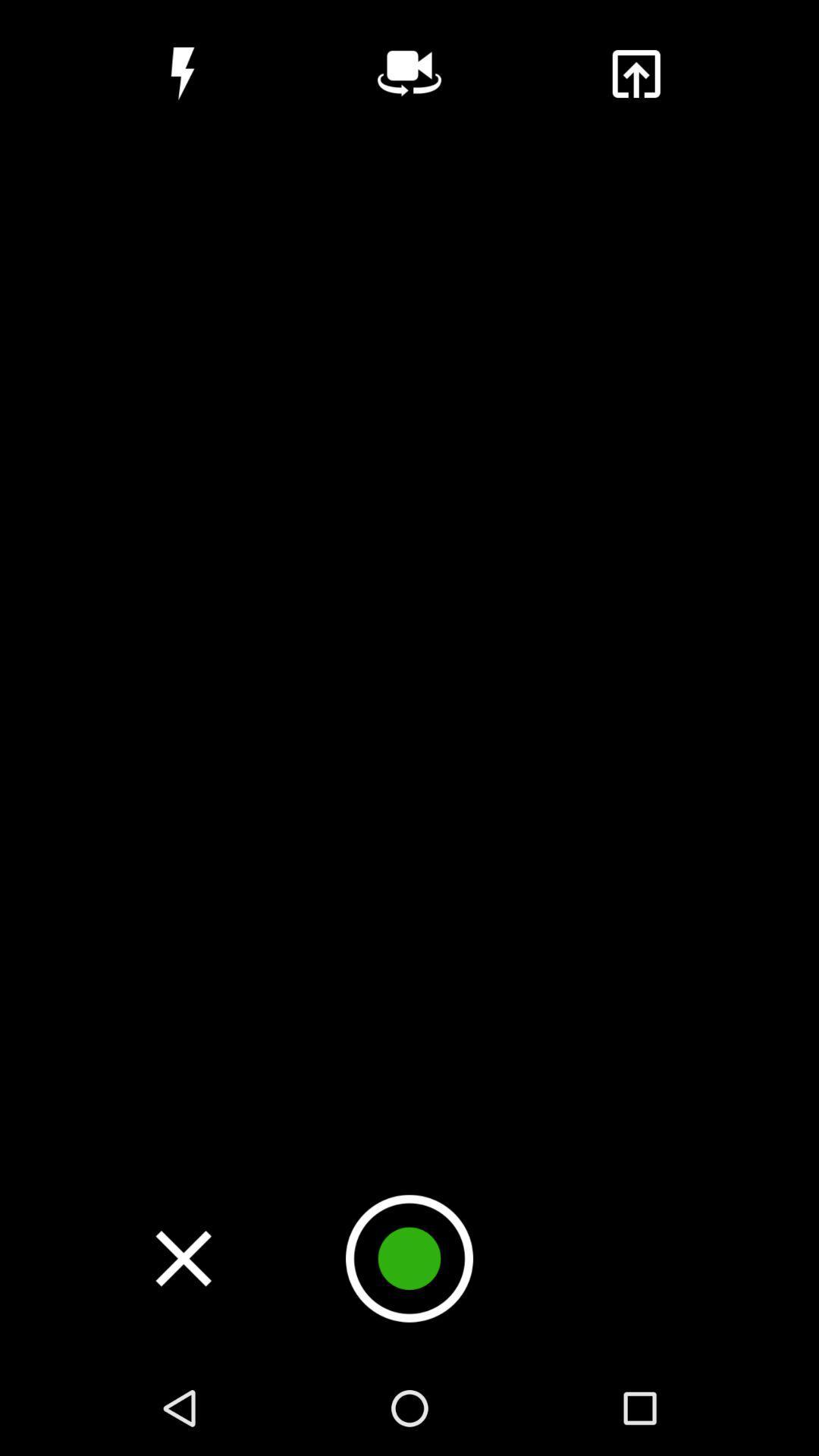 The image size is (819, 1456). Describe the element at coordinates (182, 73) in the screenshot. I see `flash options` at that location.